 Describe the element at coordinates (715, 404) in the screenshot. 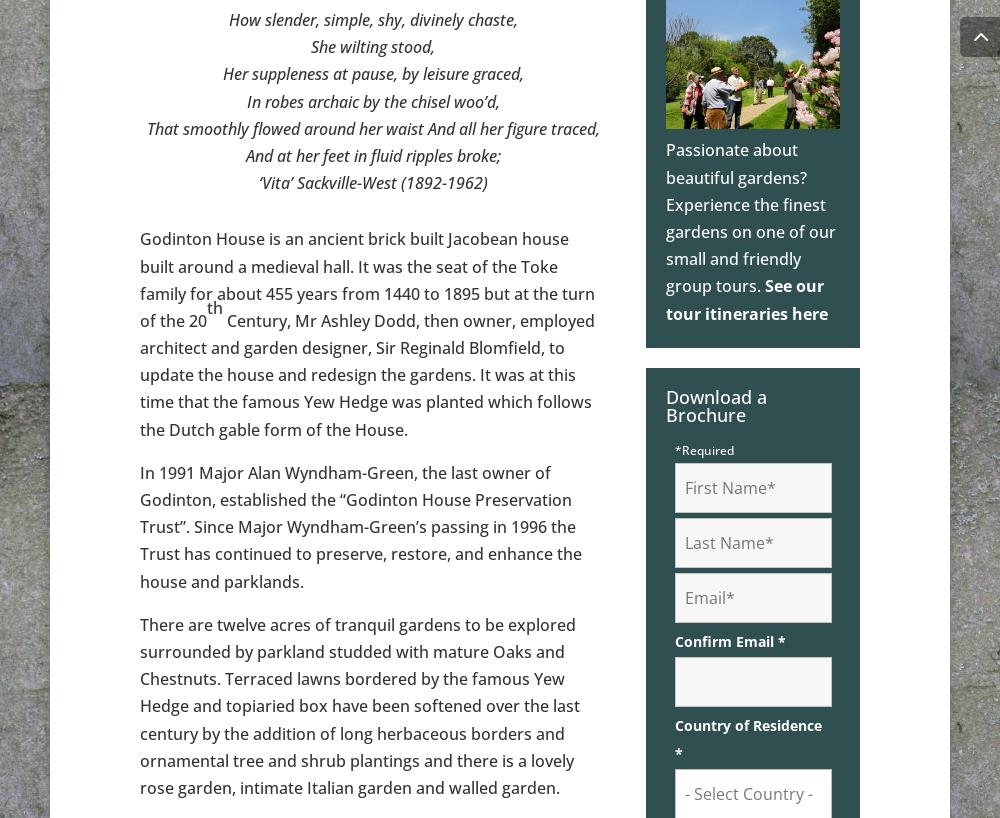

I see `'Download a Brochure'` at that location.